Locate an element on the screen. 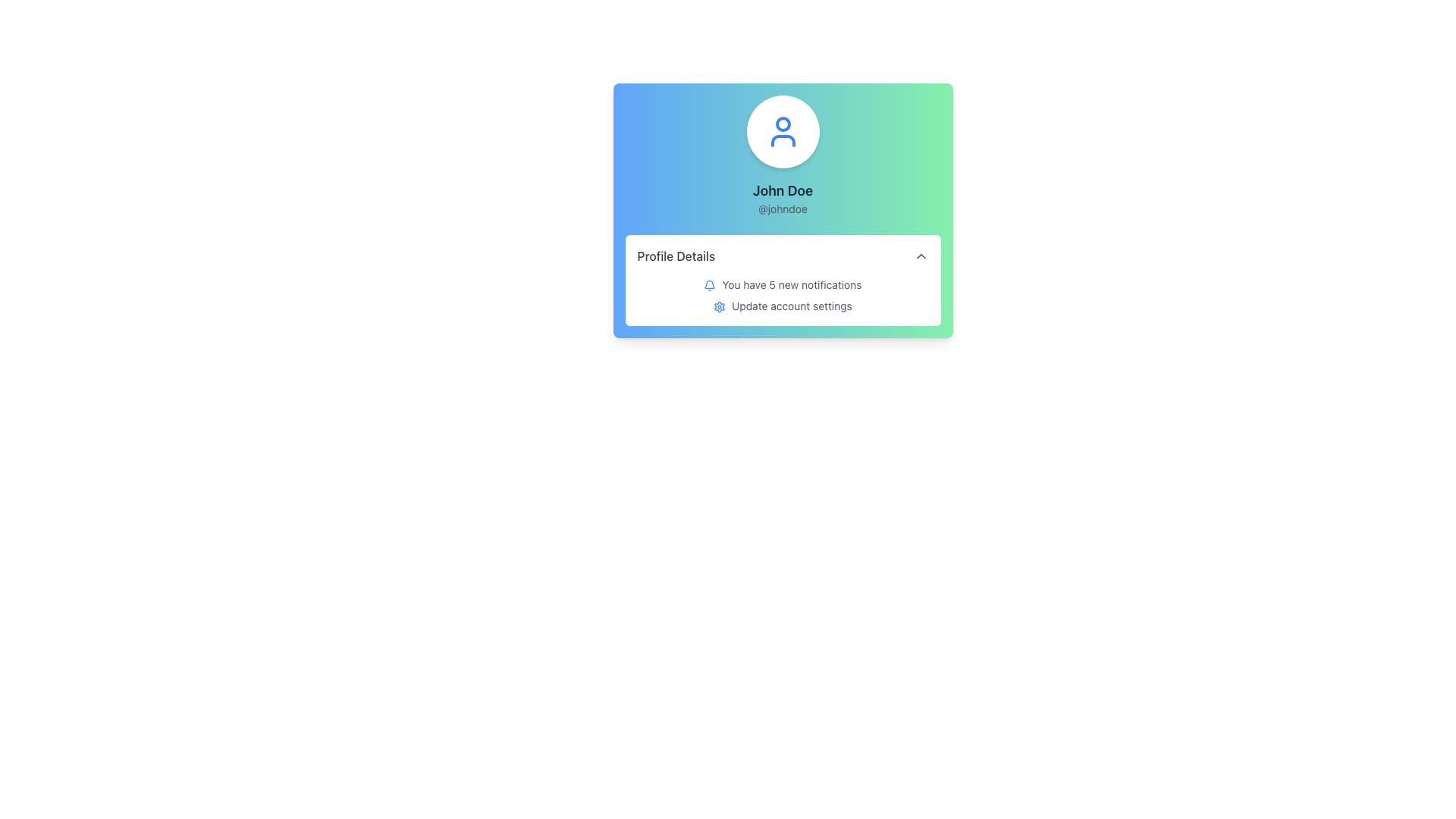 Image resolution: width=1456 pixels, height=819 pixels. the settings icon located in the top right corner of the dropdown menu within the detailed profile section is located at coordinates (719, 307).